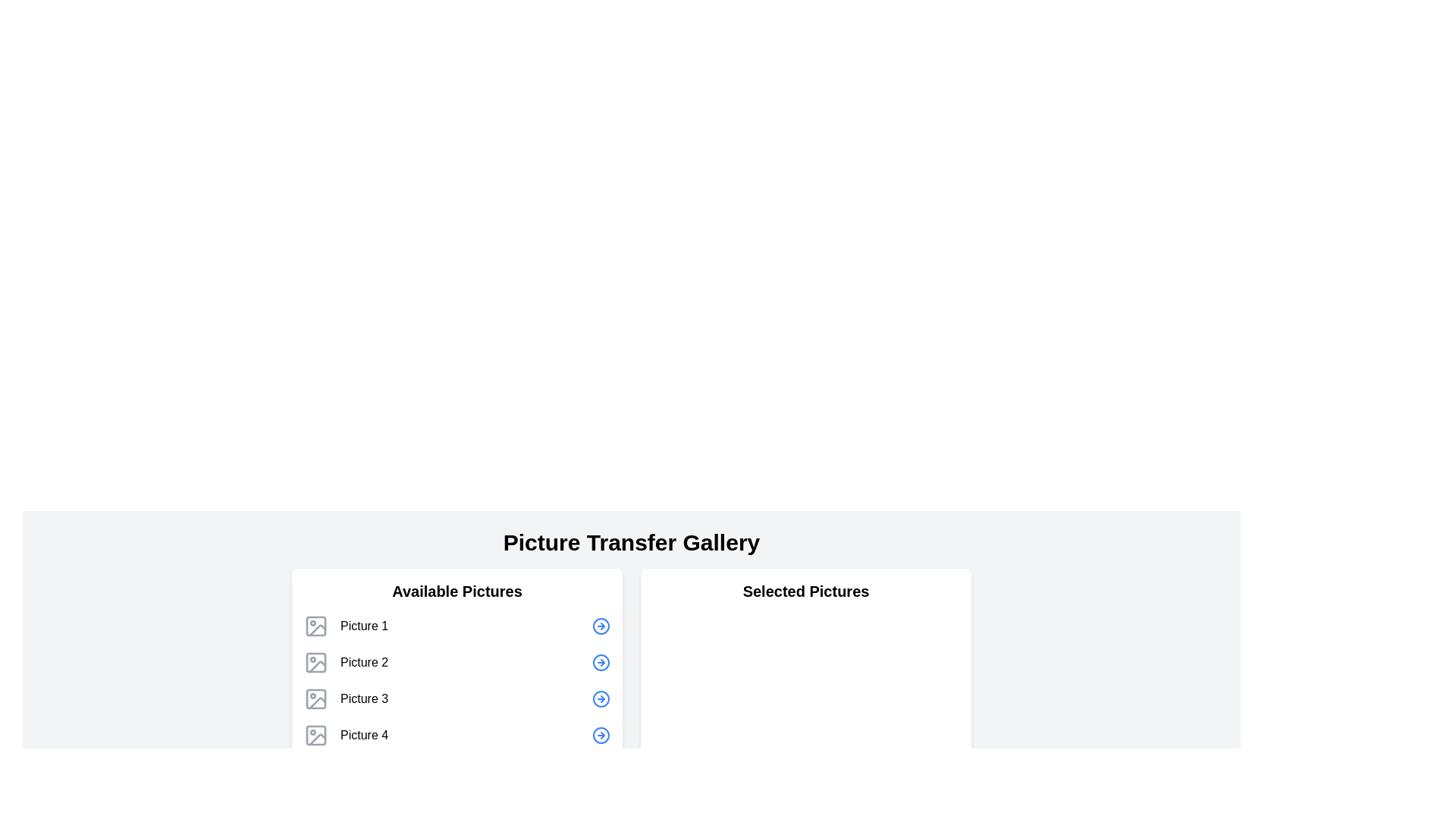 The width and height of the screenshot is (1456, 819). I want to click on the Text element that identifies the first image in the 'Available Pictures' list, located to the right of the image icon, so click(364, 626).